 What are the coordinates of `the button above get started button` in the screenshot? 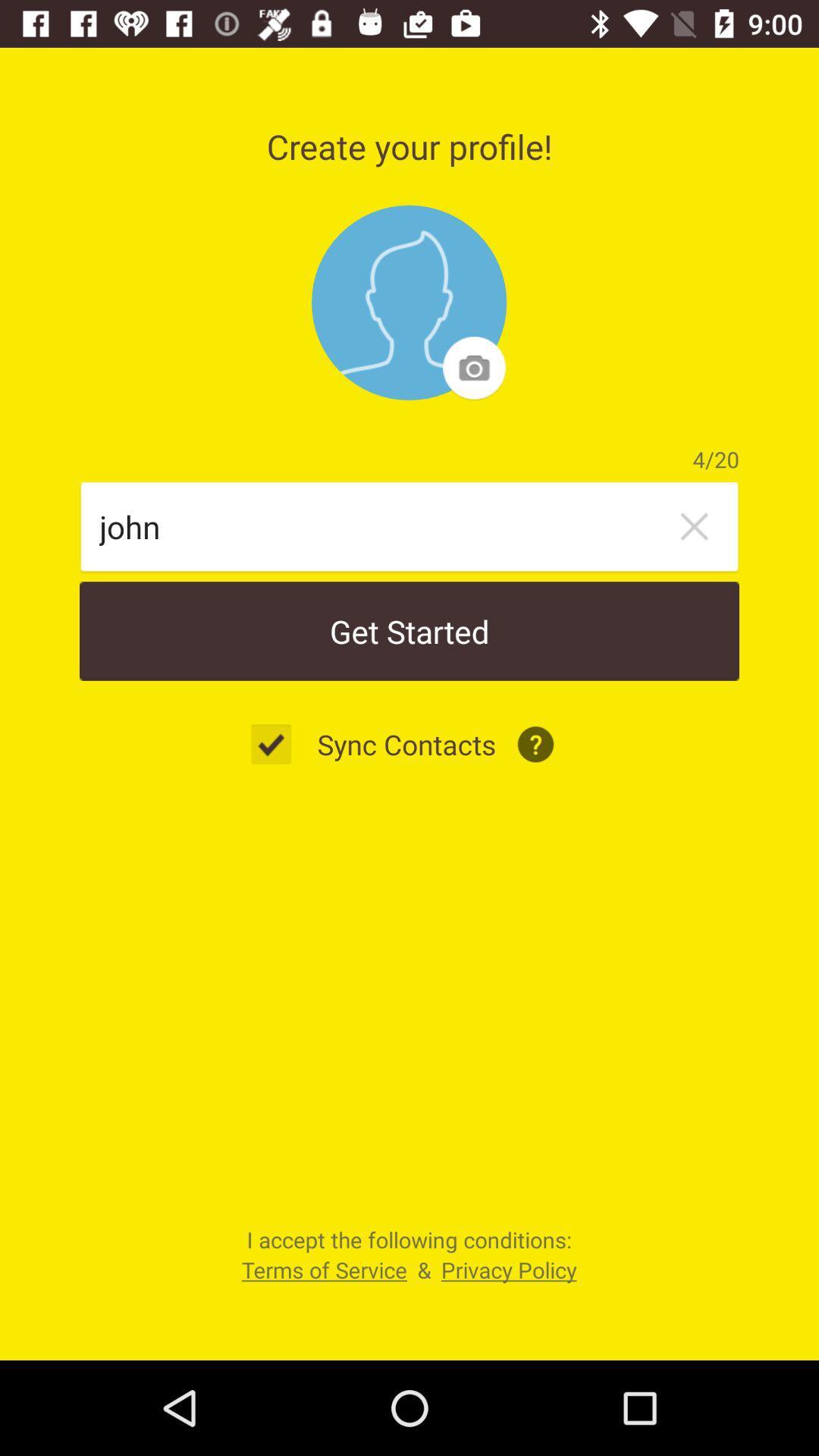 It's located at (694, 526).